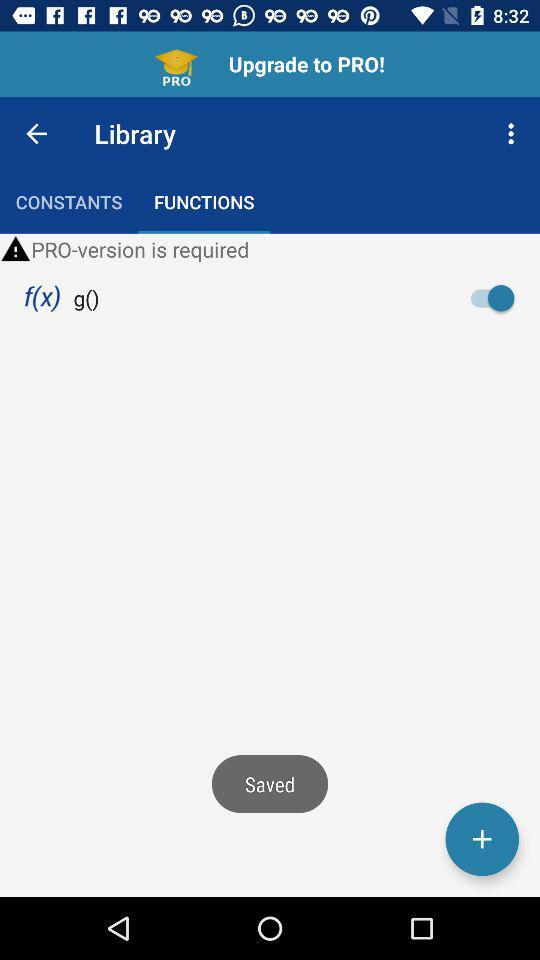 This screenshot has width=540, height=960. I want to click on the item next to library icon, so click(36, 132).